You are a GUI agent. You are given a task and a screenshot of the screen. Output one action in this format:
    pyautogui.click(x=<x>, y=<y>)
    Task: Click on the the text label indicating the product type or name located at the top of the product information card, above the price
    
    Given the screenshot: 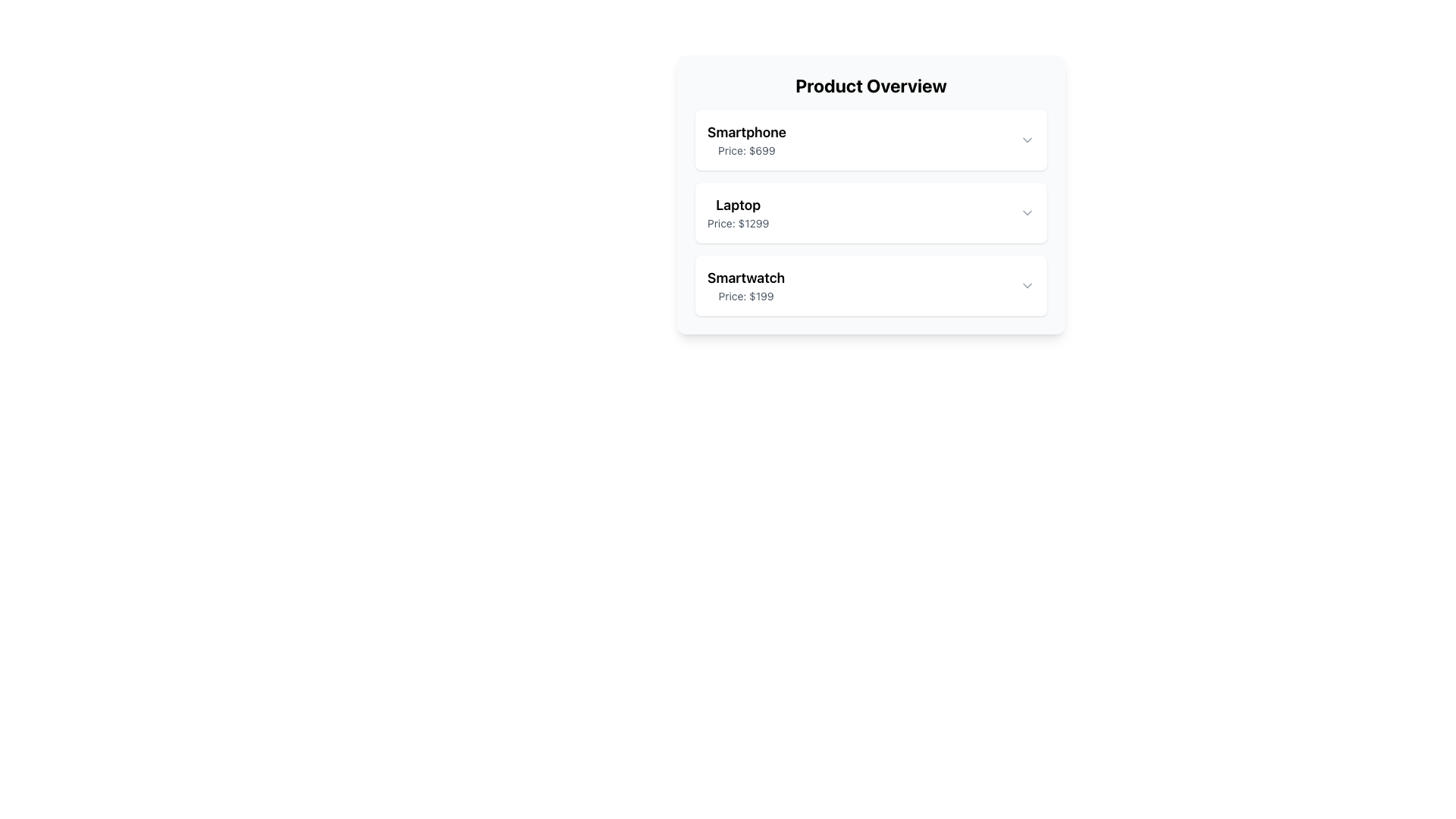 What is the action you would take?
    pyautogui.click(x=746, y=131)
    